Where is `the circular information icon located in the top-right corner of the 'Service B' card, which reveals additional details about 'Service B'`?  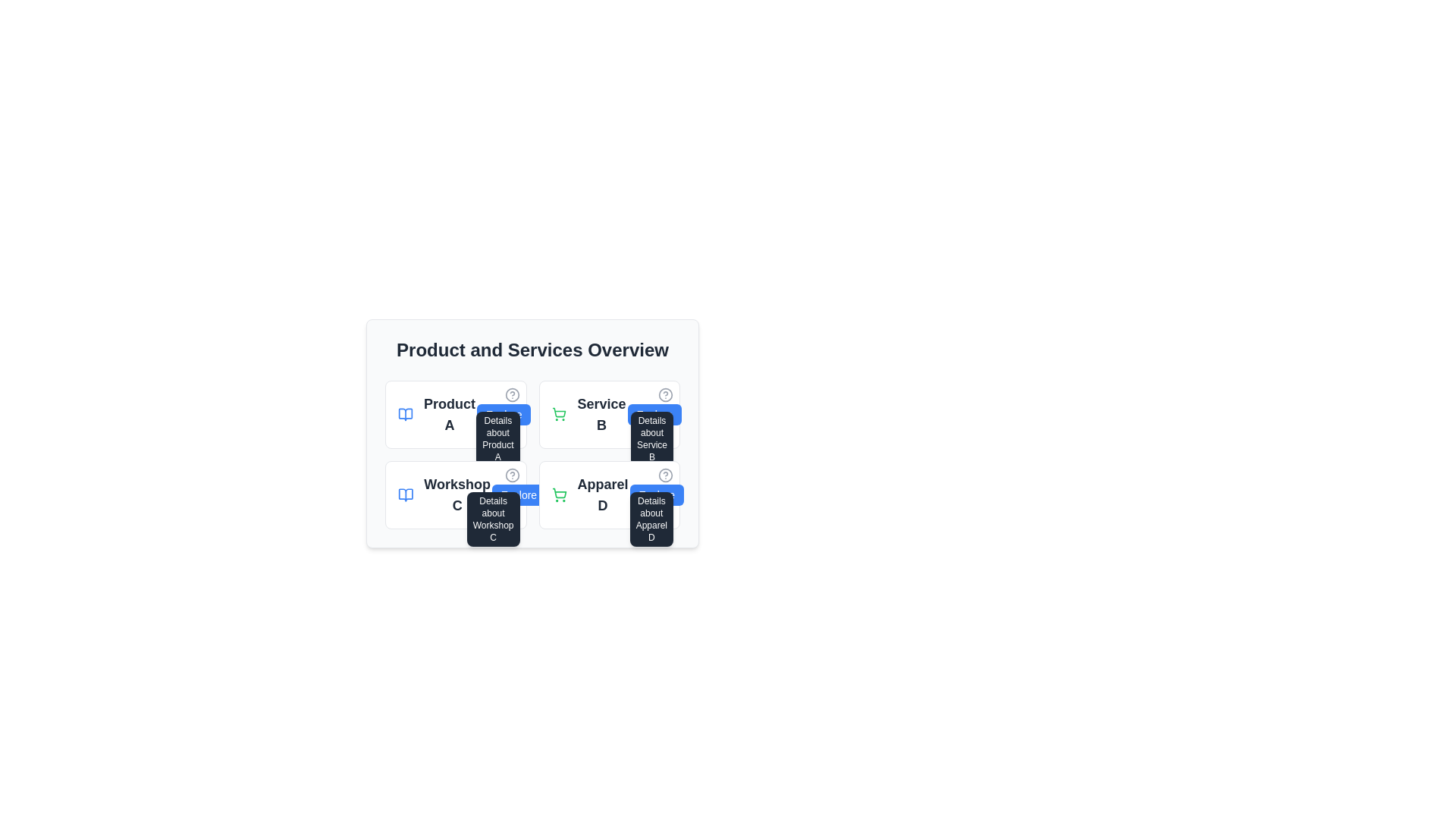
the circular information icon located in the top-right corner of the 'Service B' card, which reveals additional details about 'Service B' is located at coordinates (666, 394).